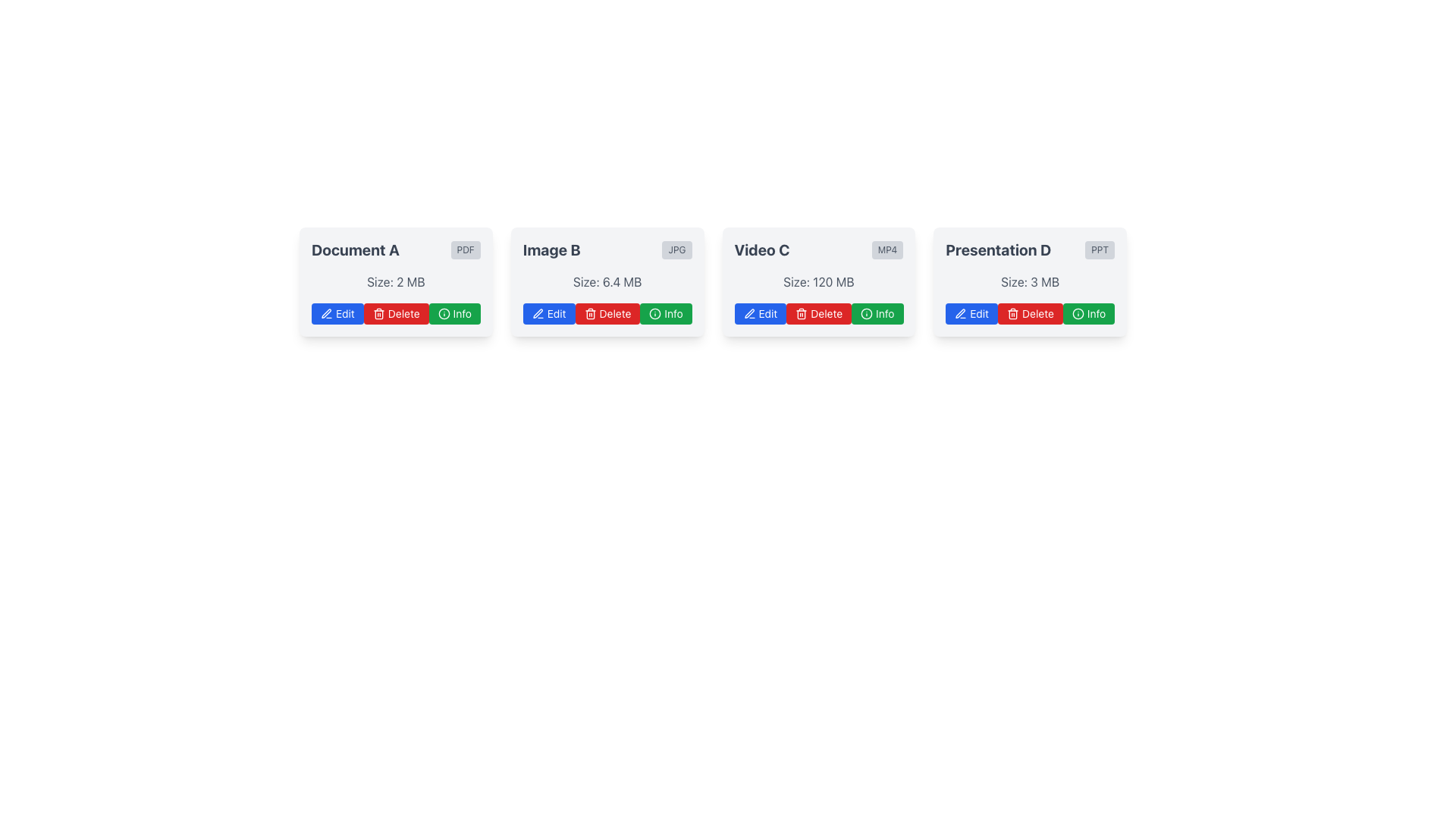 This screenshot has height=819, width=1456. What do you see at coordinates (655, 312) in the screenshot?
I see `the SVG Circle decorative element that serves as the circular background of the information icon within the 'Info' button at the bottom-right corner of the card labeled 'Image B'` at bounding box center [655, 312].